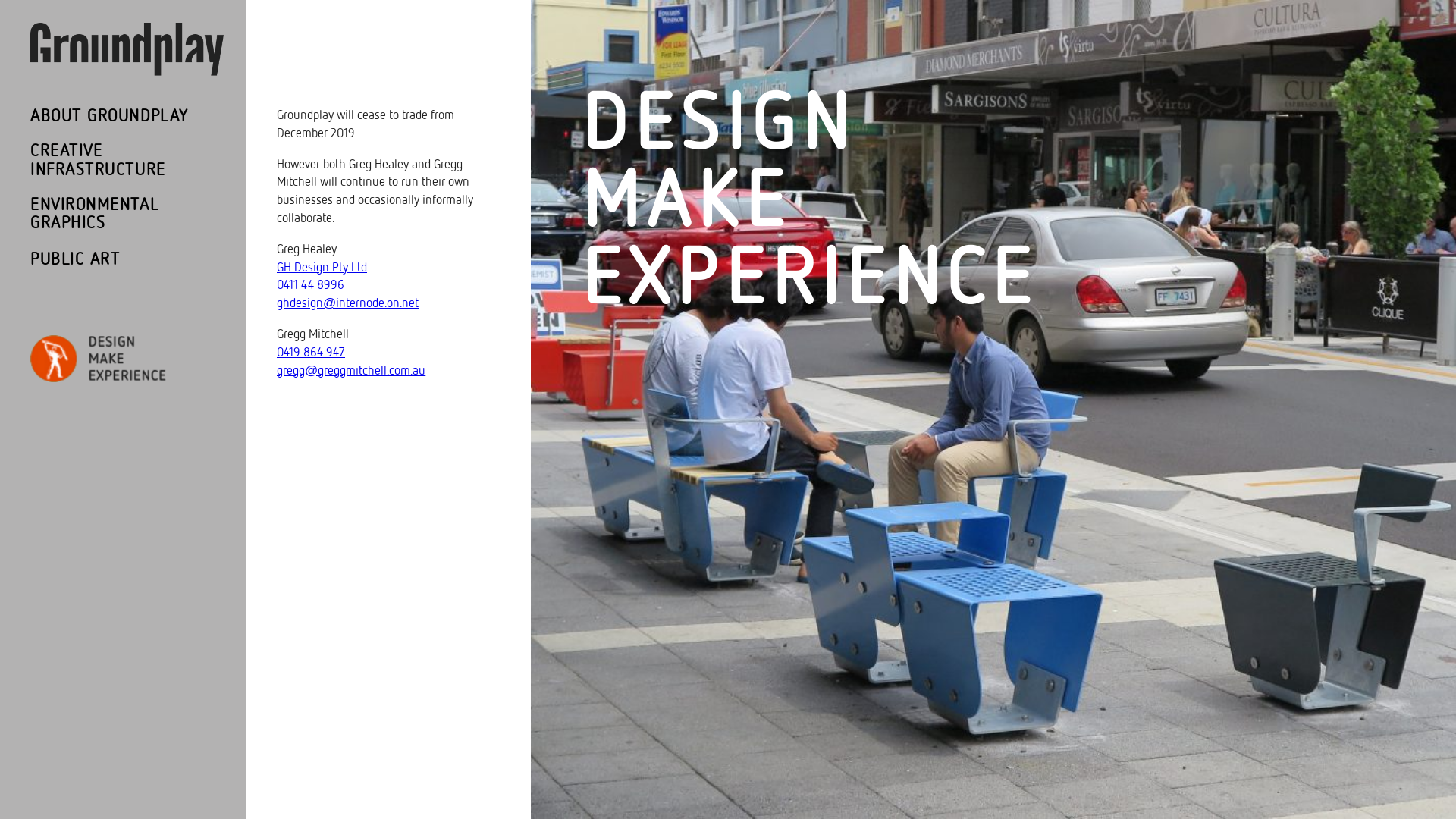  What do you see at coordinates (30, 160) in the screenshot?
I see `'CREATIVE INFRASTRUCTURE'` at bounding box center [30, 160].